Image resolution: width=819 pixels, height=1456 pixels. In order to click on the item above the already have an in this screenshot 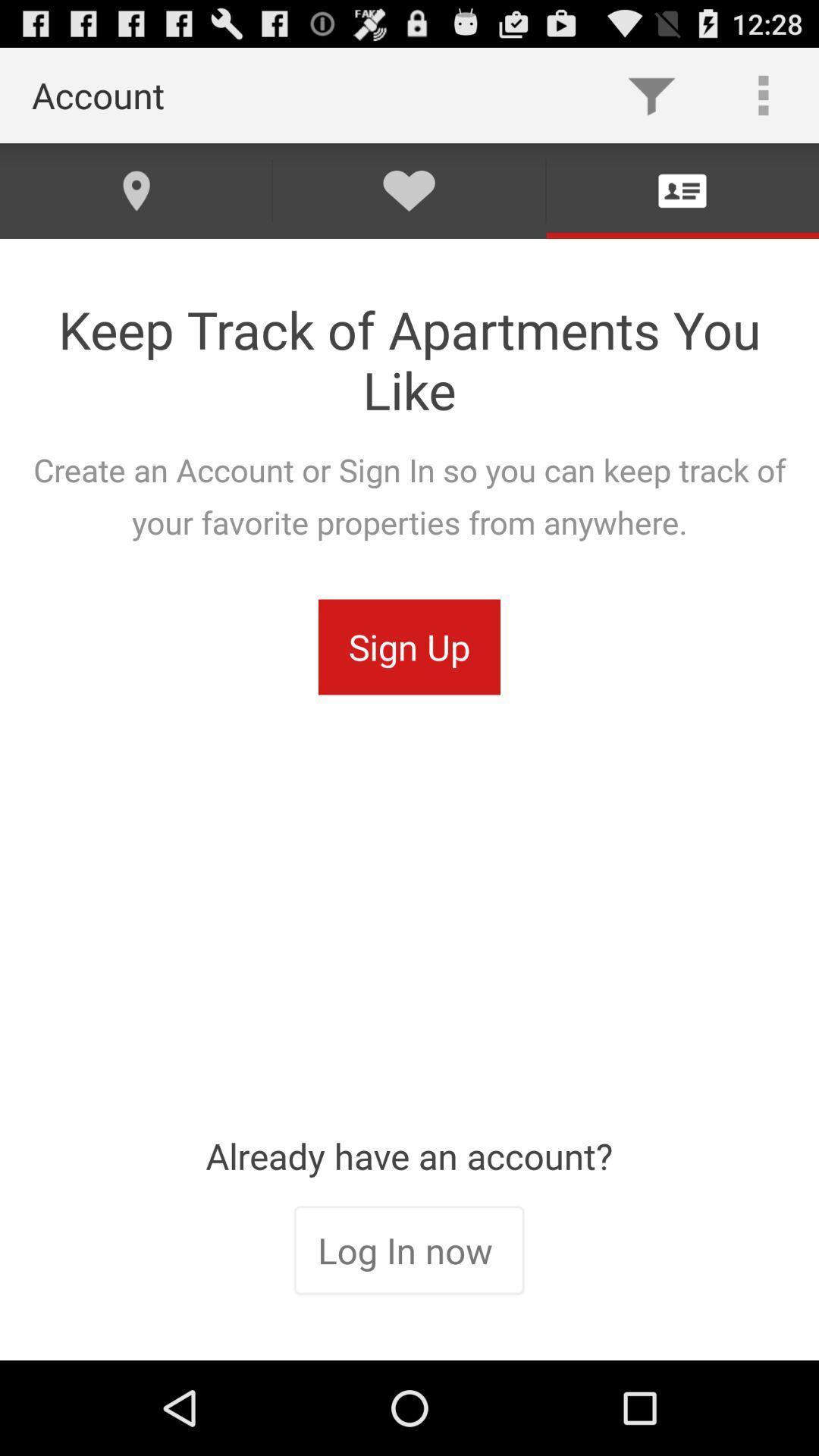, I will do `click(409, 647)`.